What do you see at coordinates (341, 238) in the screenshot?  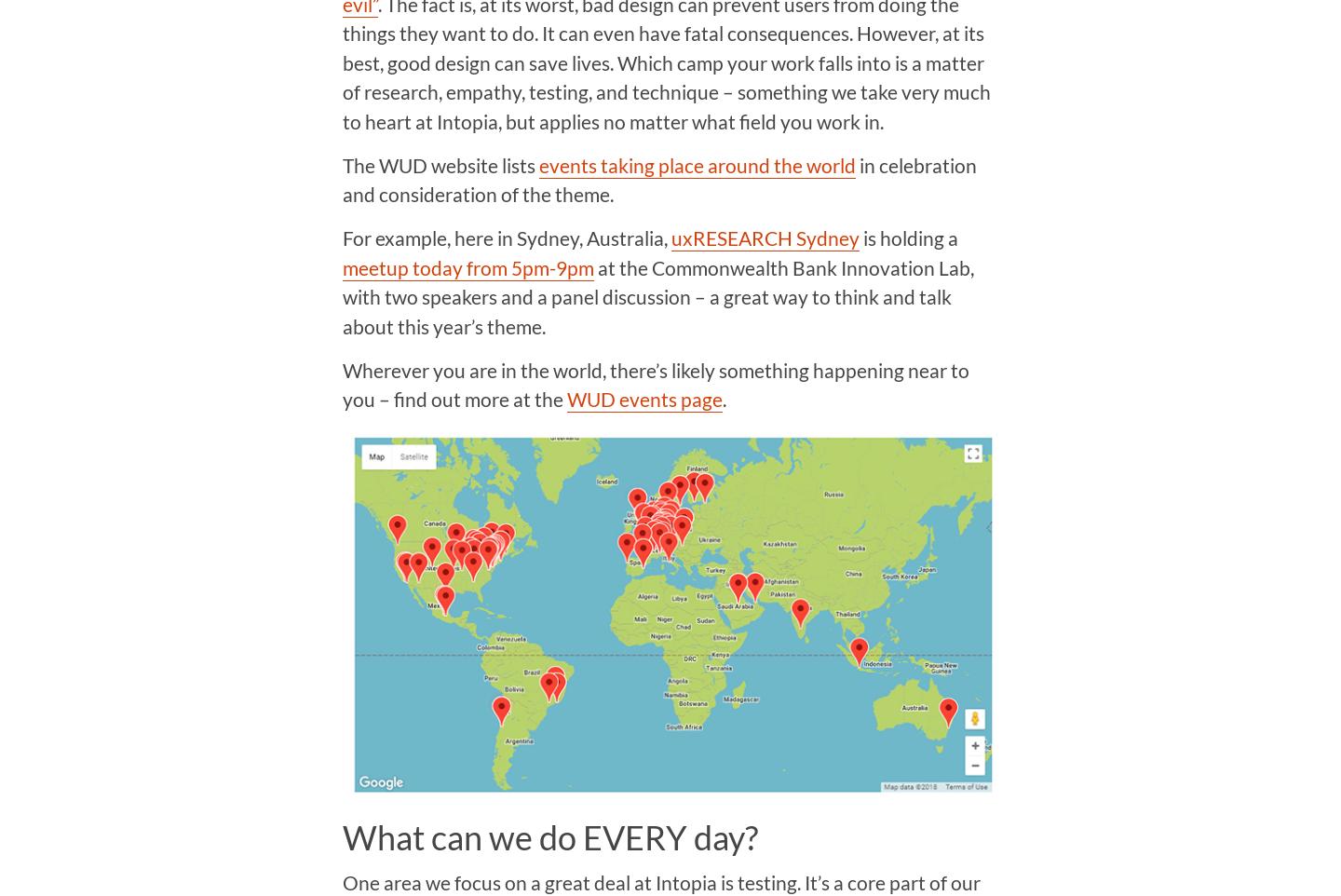 I see `'For example, here in Sydney, Australia,'` at bounding box center [341, 238].